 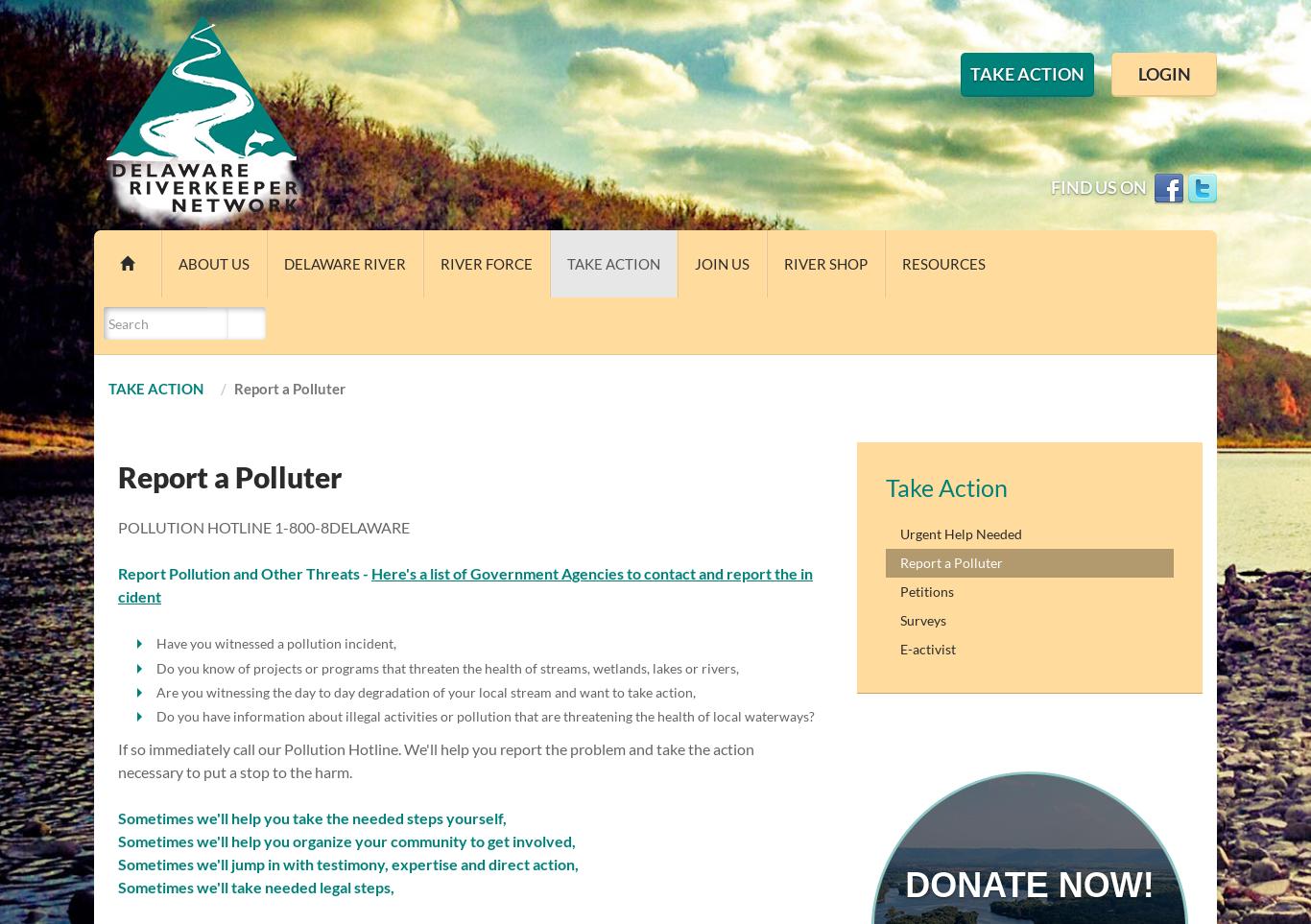 I want to click on 'Sometimes we'll help you organize your community to get involved,', so click(x=346, y=840).